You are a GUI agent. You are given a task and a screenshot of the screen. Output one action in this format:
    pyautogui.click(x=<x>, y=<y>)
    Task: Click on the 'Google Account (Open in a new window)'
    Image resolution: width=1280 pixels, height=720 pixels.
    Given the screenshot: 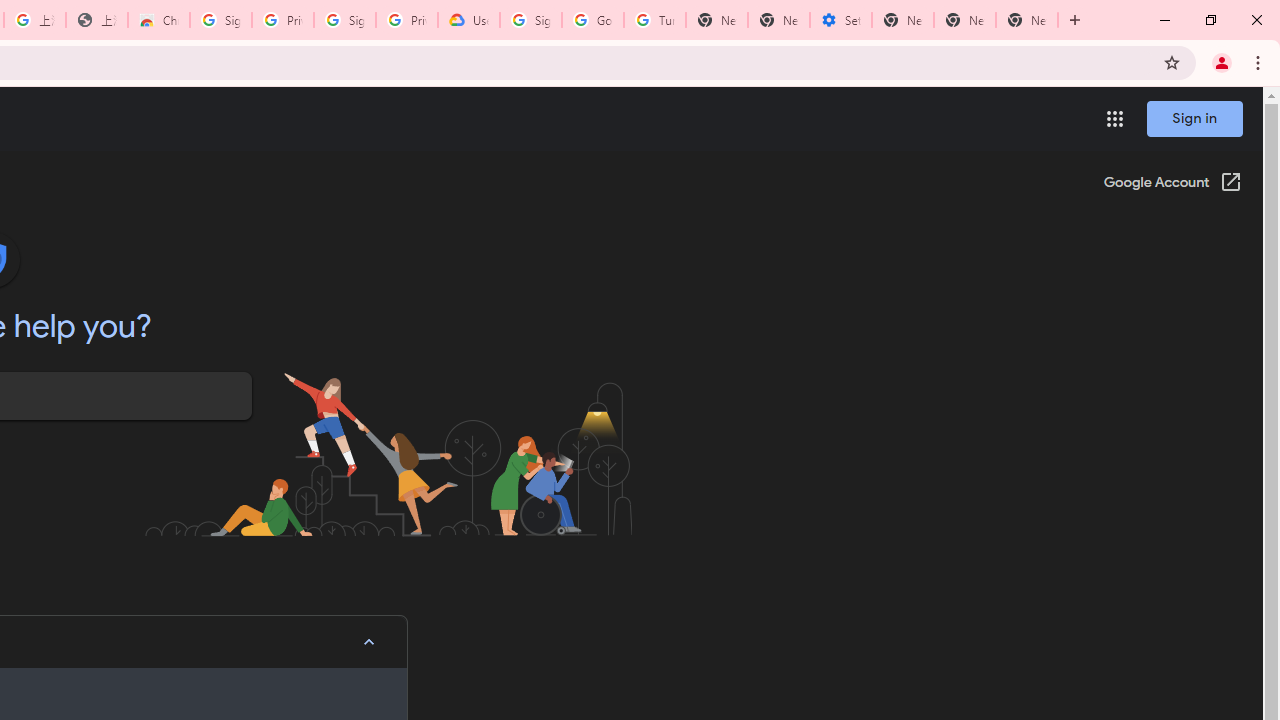 What is the action you would take?
    pyautogui.click(x=1173, y=183)
    